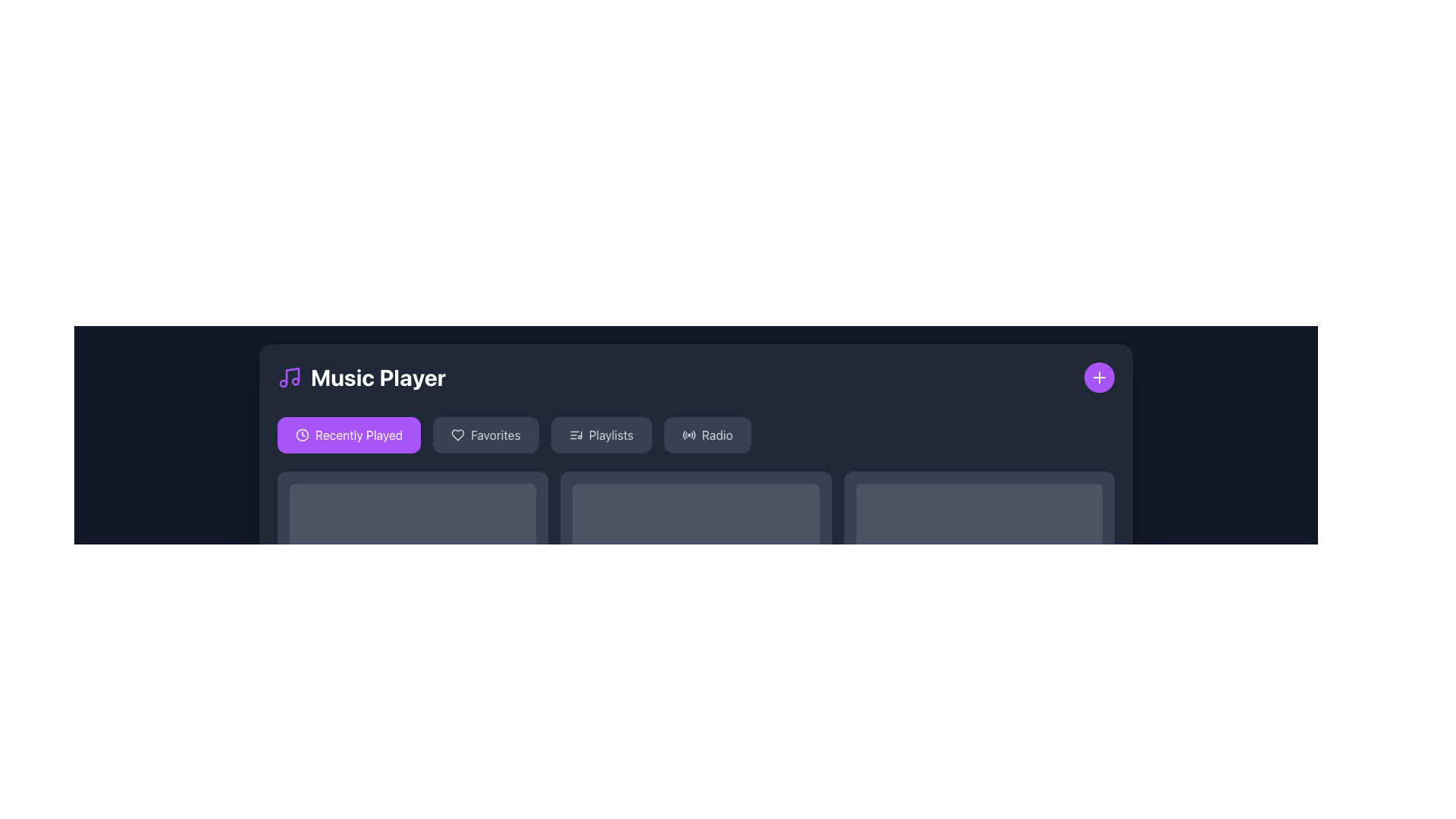 The width and height of the screenshot is (1456, 819). I want to click on the circular button with a purple background and white plus sign located at the top-right corner of the 'Music Player' header section, so click(1099, 376).